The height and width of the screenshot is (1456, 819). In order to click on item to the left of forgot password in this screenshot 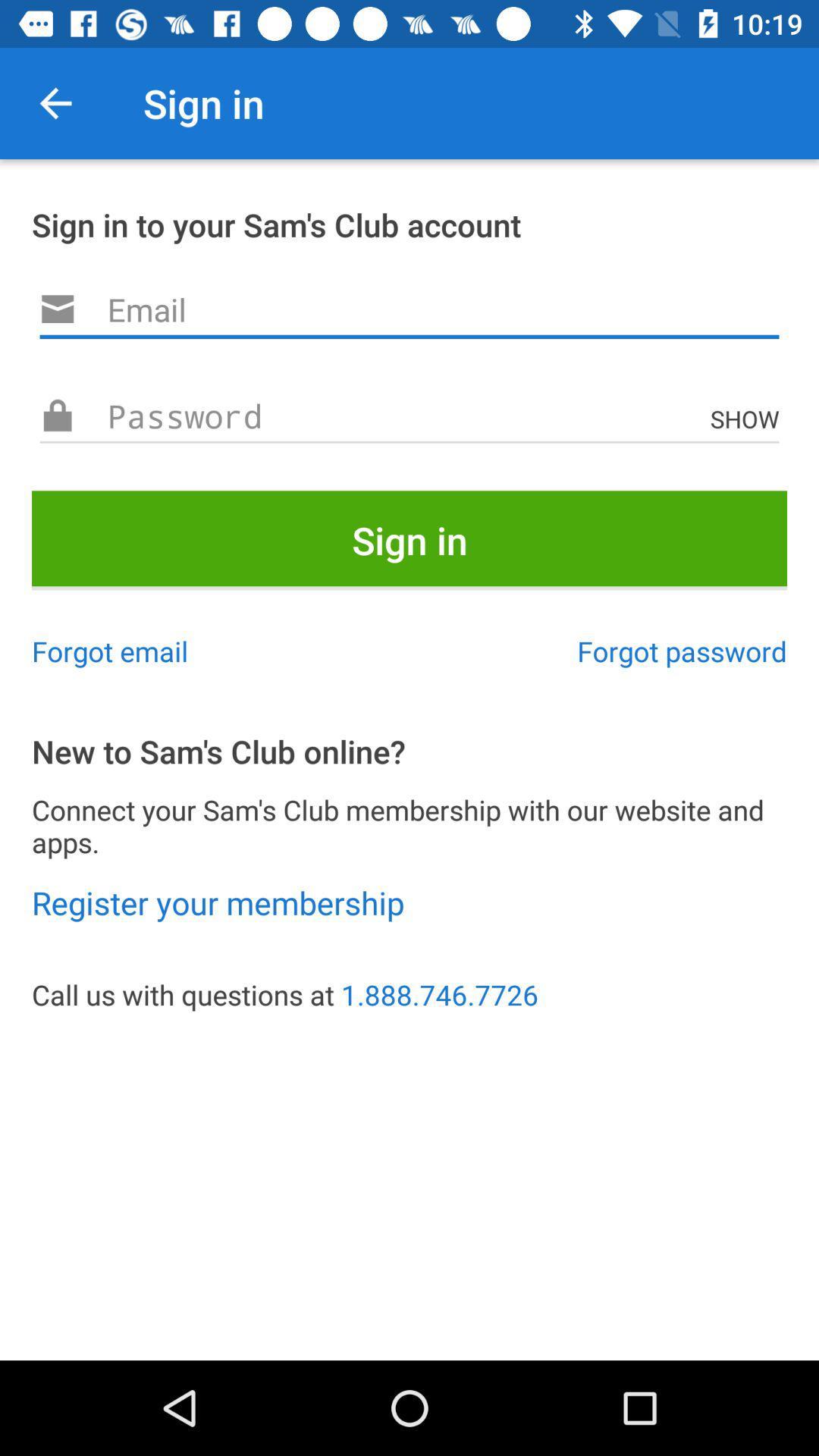, I will do `click(109, 651)`.